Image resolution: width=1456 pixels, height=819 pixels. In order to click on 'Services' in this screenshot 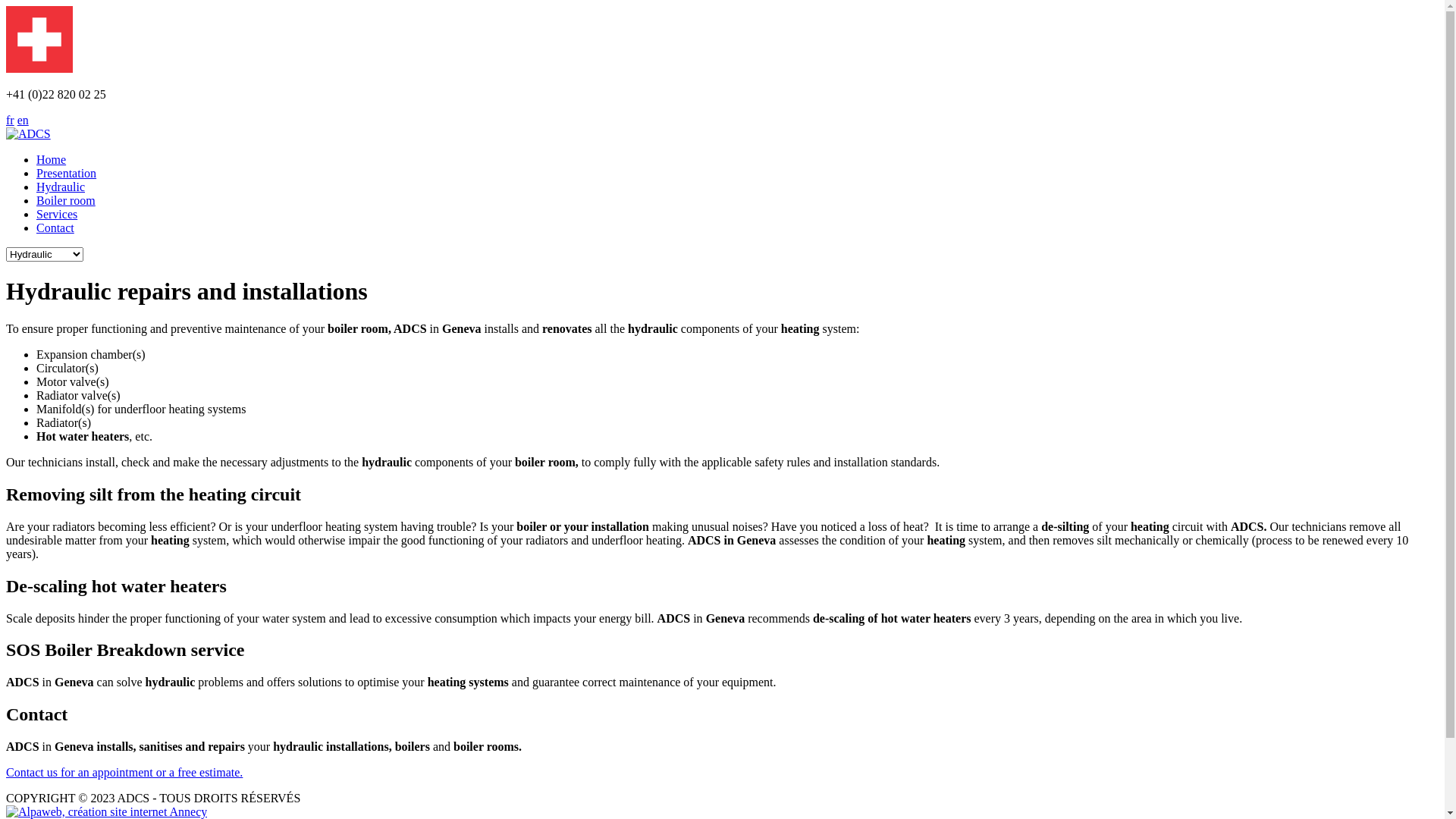, I will do `click(57, 214)`.